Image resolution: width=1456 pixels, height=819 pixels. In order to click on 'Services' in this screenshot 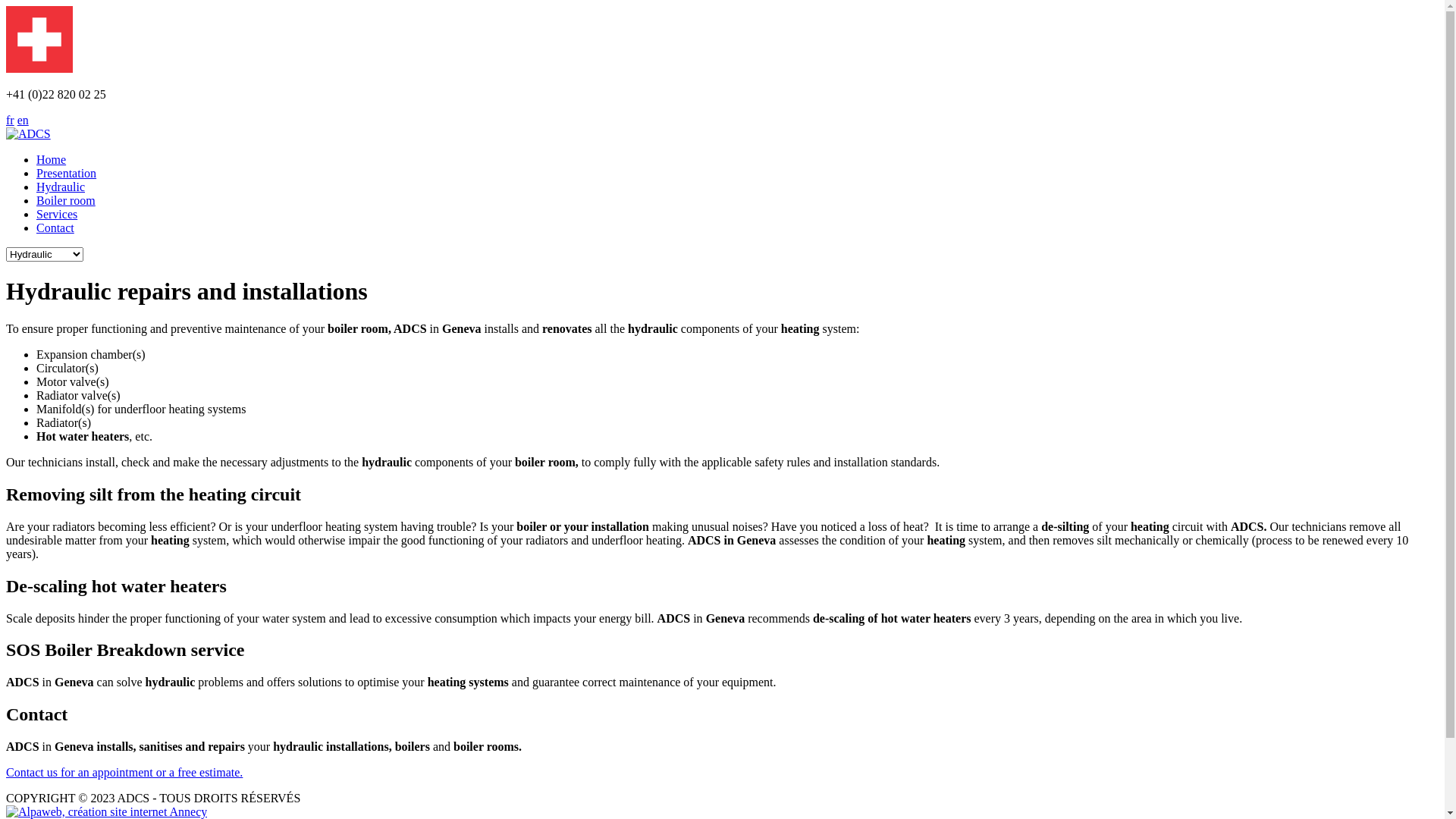, I will do `click(57, 214)`.